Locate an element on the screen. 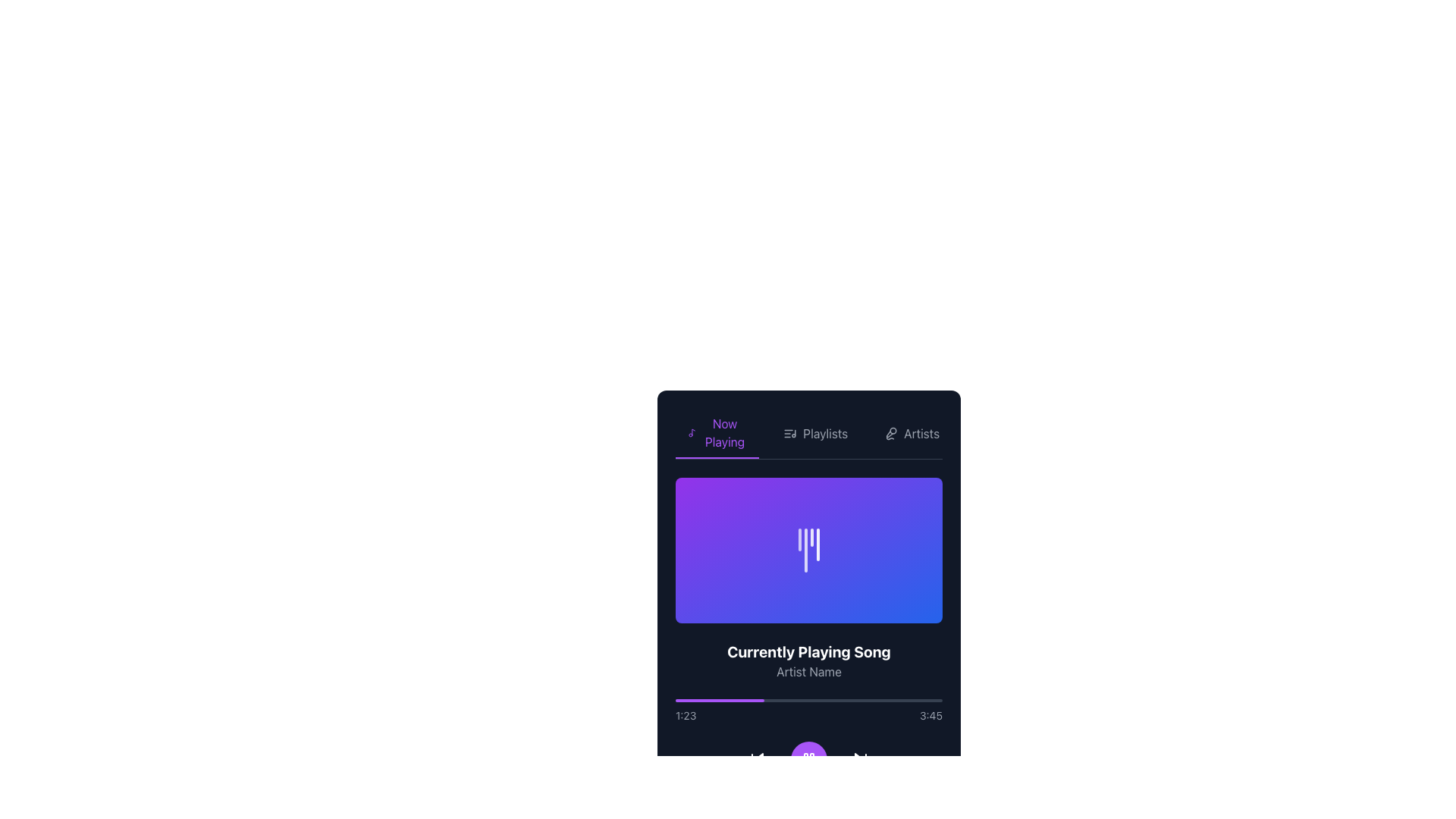  the left-most animated bar in the audio visualization section above the text 'Currently Playing Song' is located at coordinates (799, 538).